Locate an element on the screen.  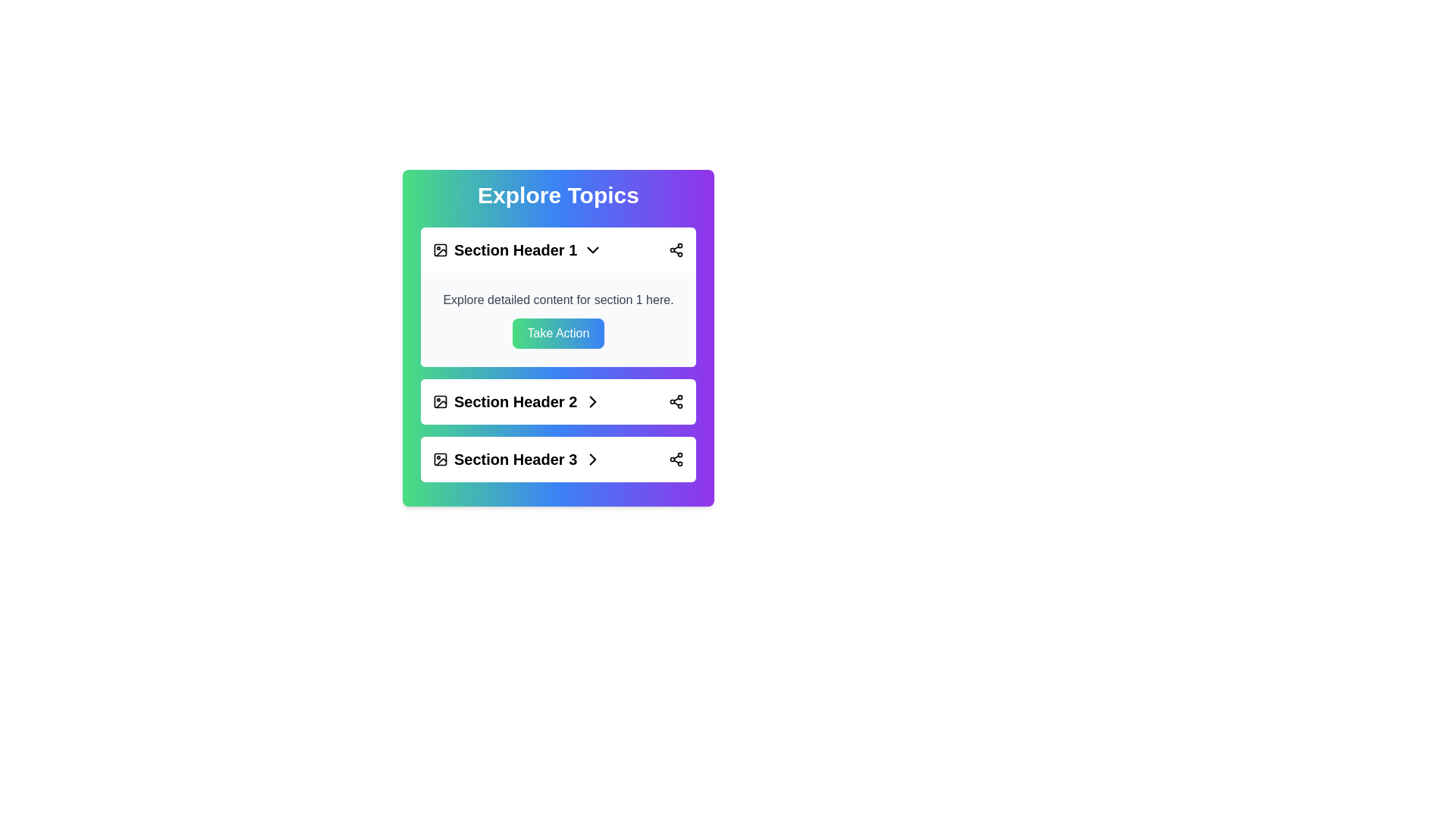
the right-facing chevron icon located to the right of 'Section Header 2' in the 'Explore Topics' box is located at coordinates (592, 400).